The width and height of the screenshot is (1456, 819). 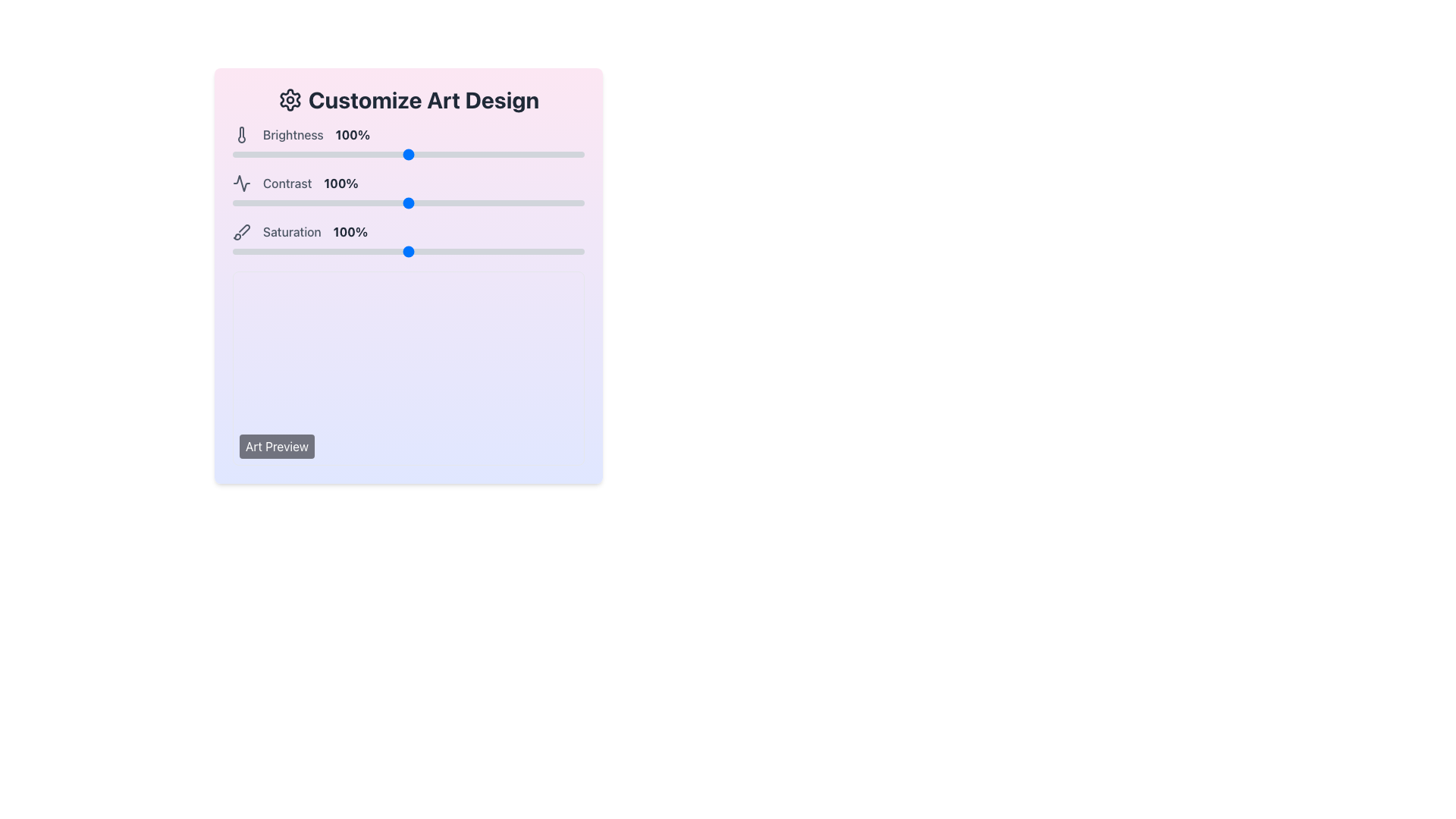 I want to click on the contrast level, so click(x=316, y=202).